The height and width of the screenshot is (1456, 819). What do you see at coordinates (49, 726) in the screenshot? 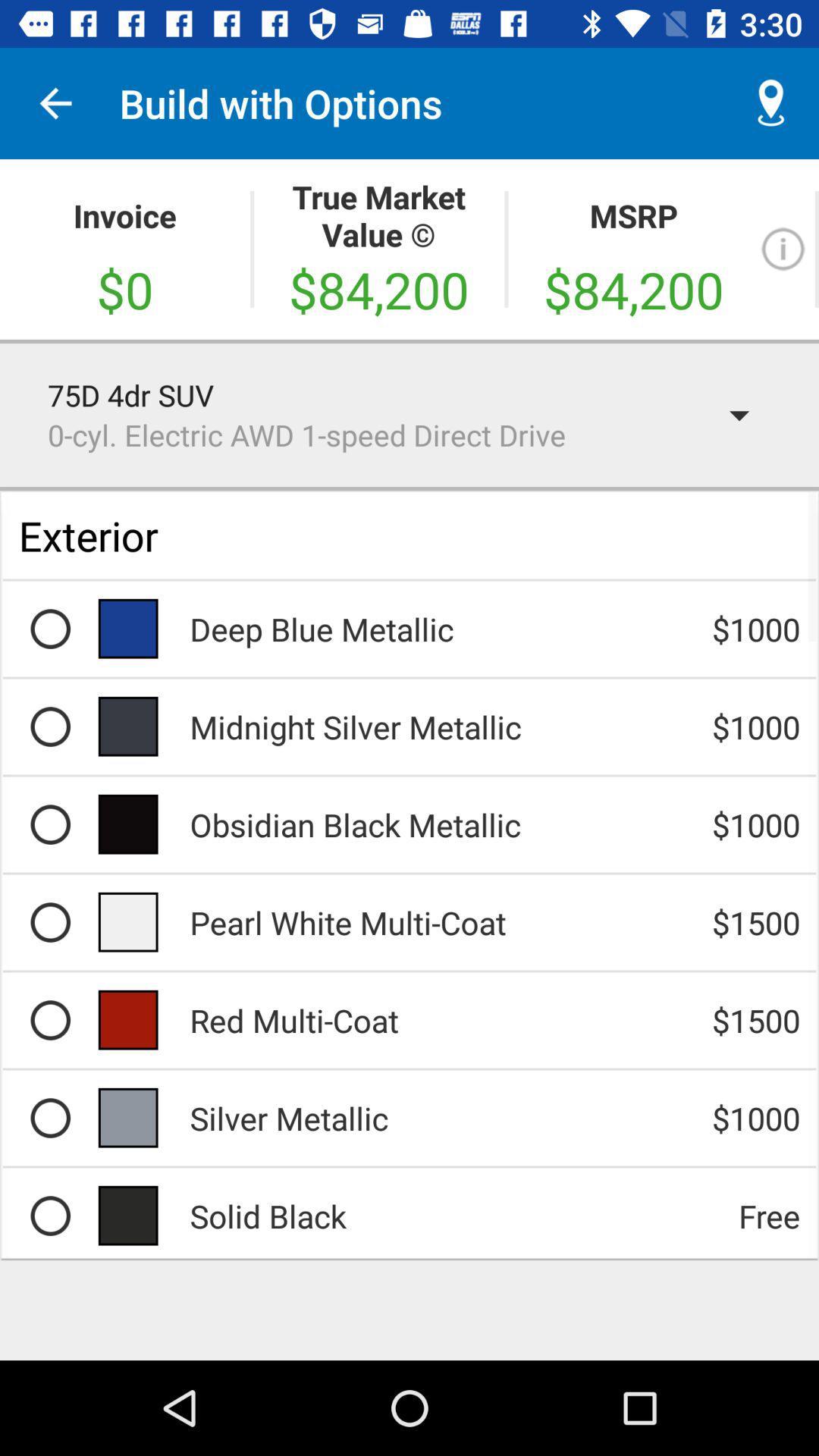
I see `midnight silver` at bounding box center [49, 726].